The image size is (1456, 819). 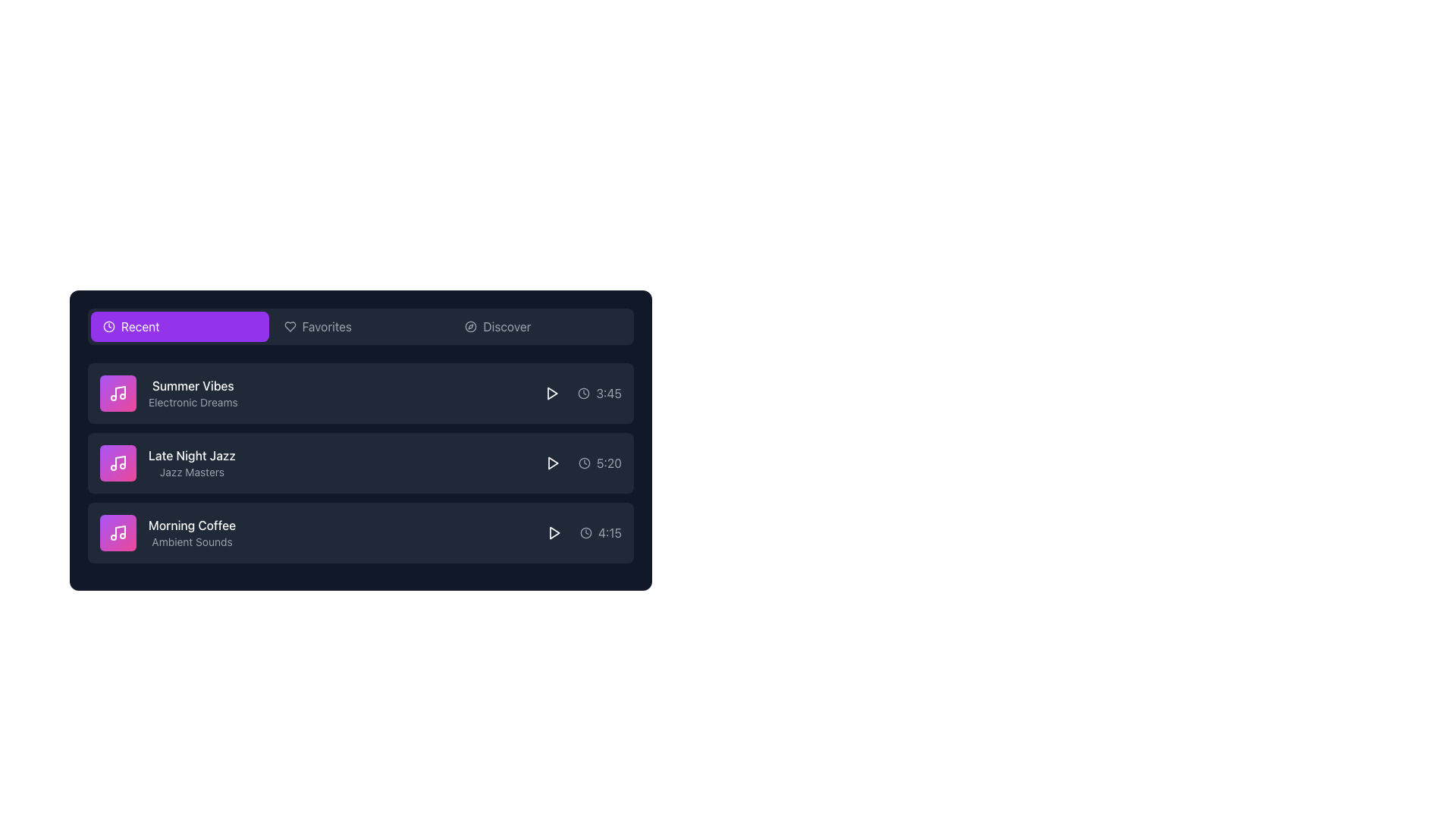 What do you see at coordinates (359, 326) in the screenshot?
I see `the tab in the tab bar located at the top of the content section` at bounding box center [359, 326].